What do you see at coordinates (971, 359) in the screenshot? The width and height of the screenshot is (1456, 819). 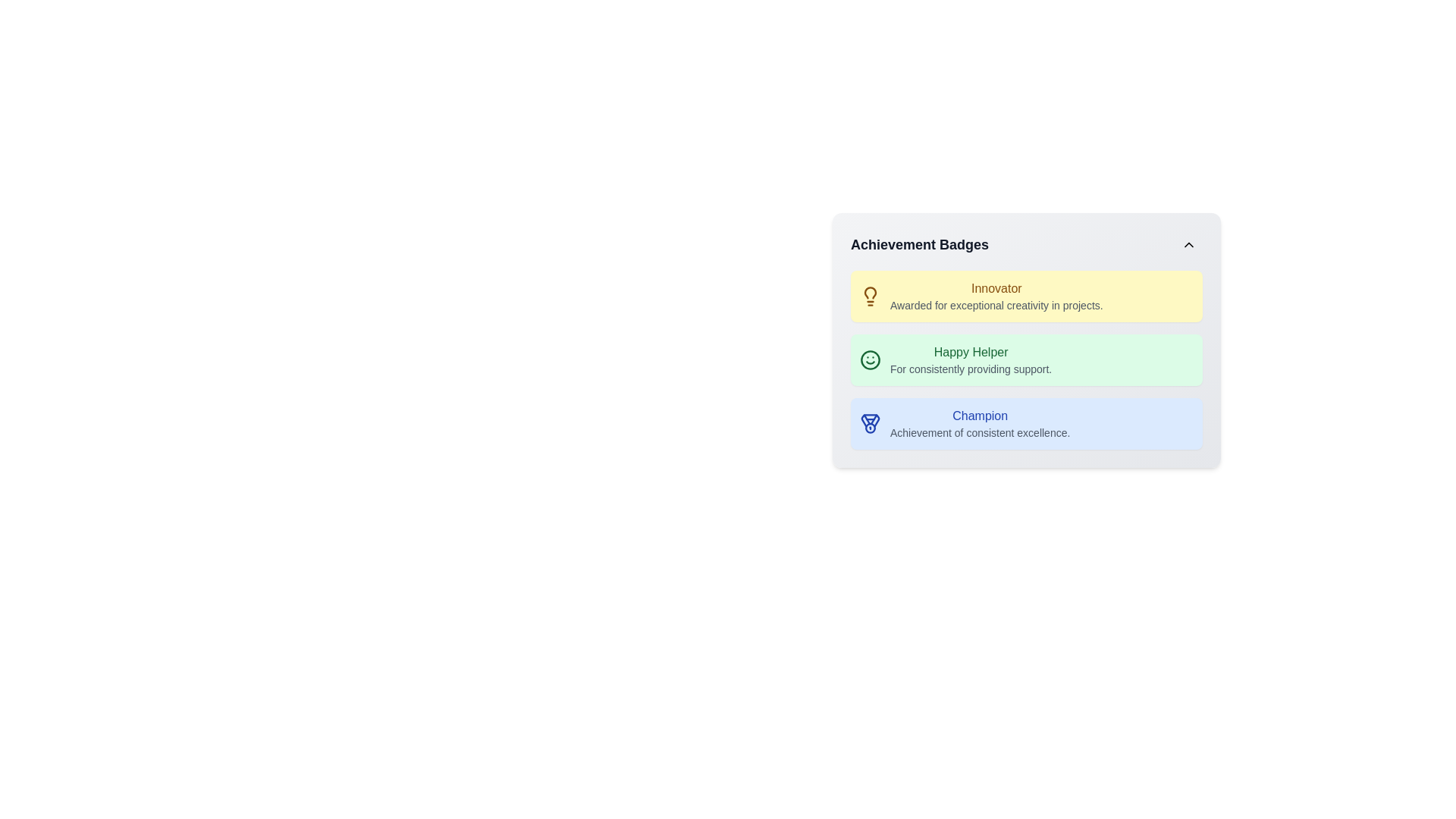 I see `the 'Happy Helper' badge, which is a textual UI element with a bold green title and a gray subtitle, located in the green section of the awards list` at bounding box center [971, 359].